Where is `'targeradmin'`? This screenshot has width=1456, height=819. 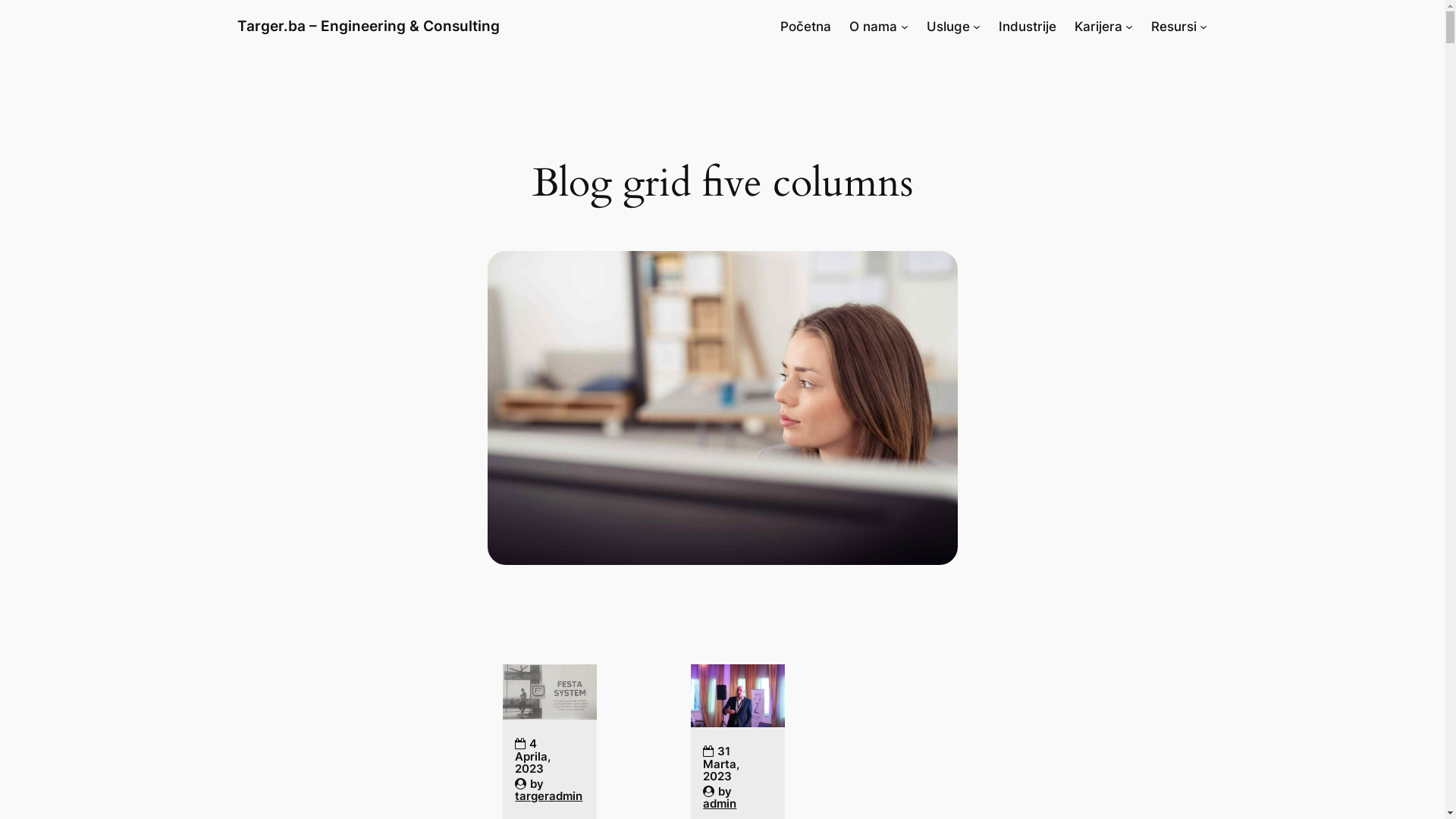 'targeradmin' is located at coordinates (548, 795).